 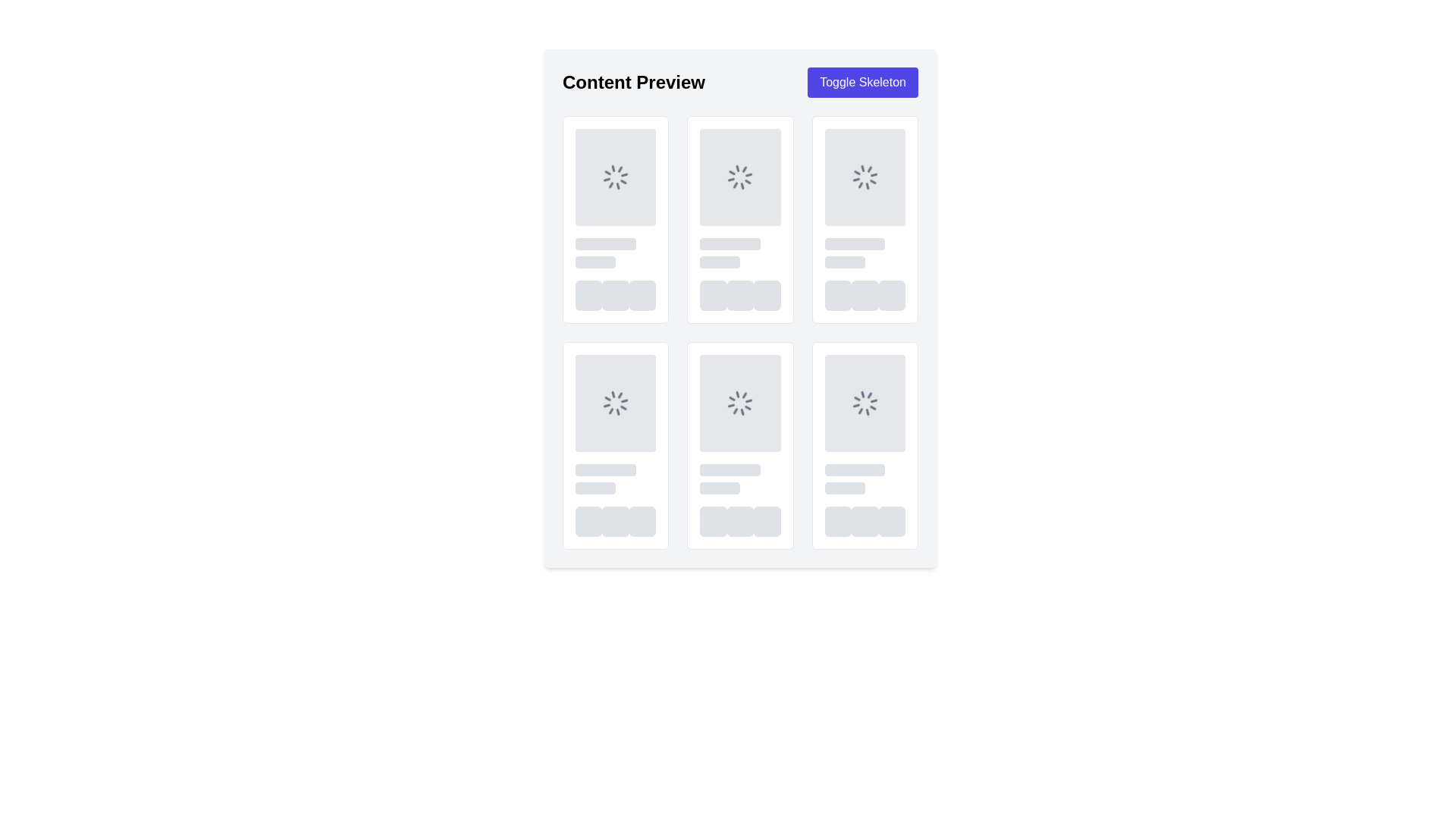 I want to click on the middle visual placeholder or loading indicator located in the bottom row of the grid layout, near the bottom-right corner, so click(x=616, y=520).